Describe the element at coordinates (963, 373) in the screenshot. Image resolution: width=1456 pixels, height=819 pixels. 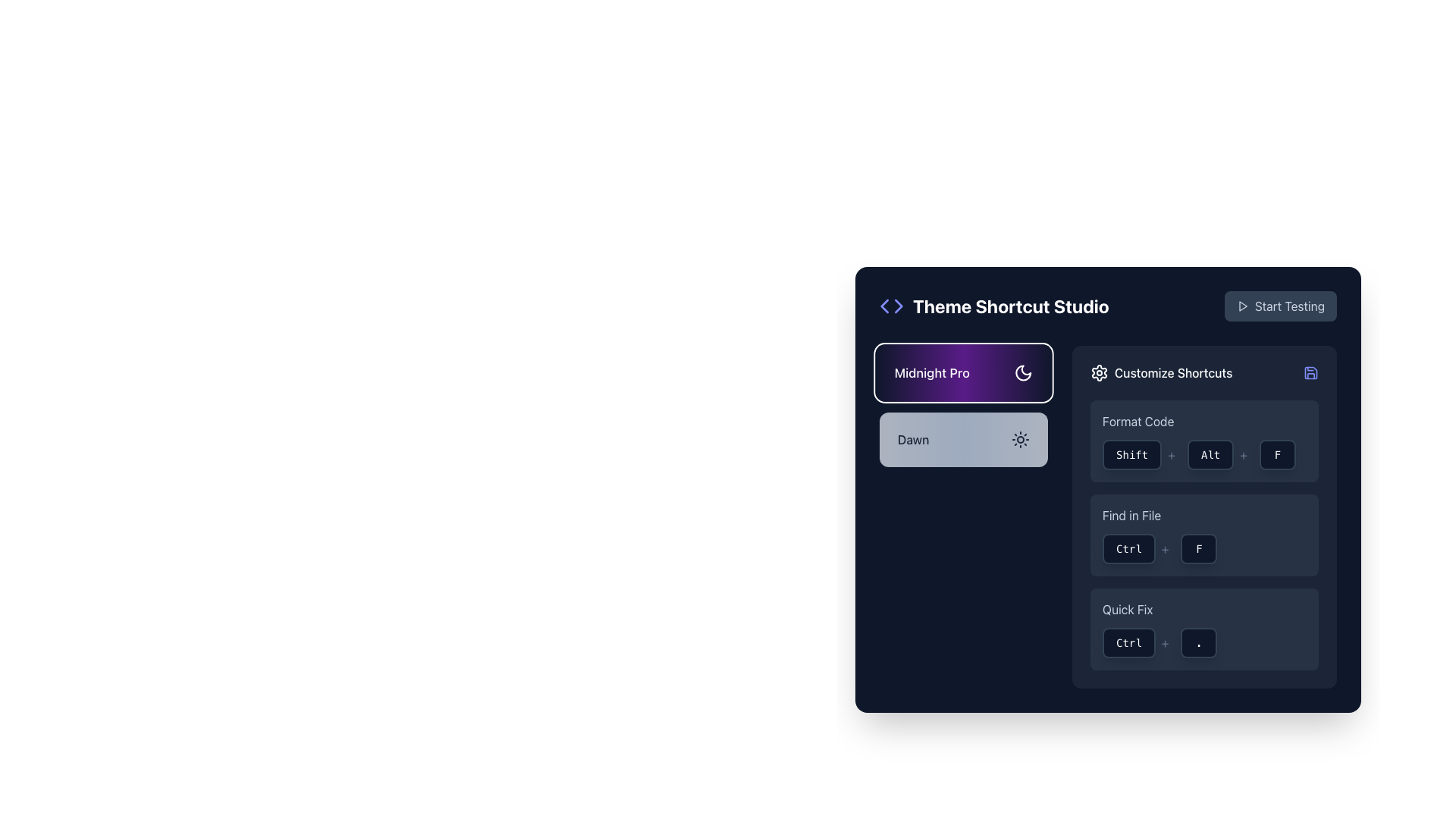
I see `the informational label displaying the currently selected theme title, located on the left section of a highlighted card` at that location.